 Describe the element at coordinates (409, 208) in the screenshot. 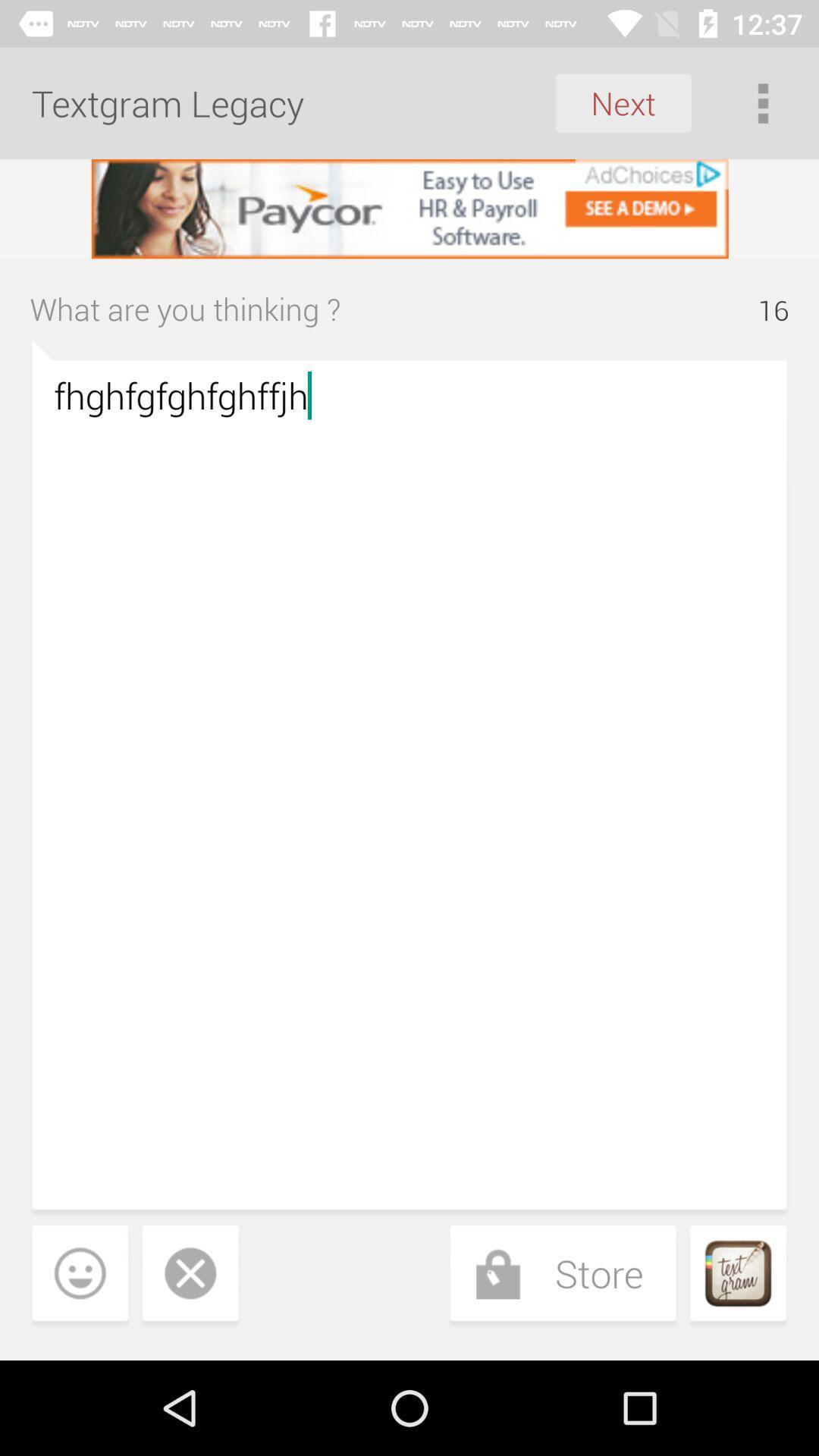

I see `advertisement` at that location.